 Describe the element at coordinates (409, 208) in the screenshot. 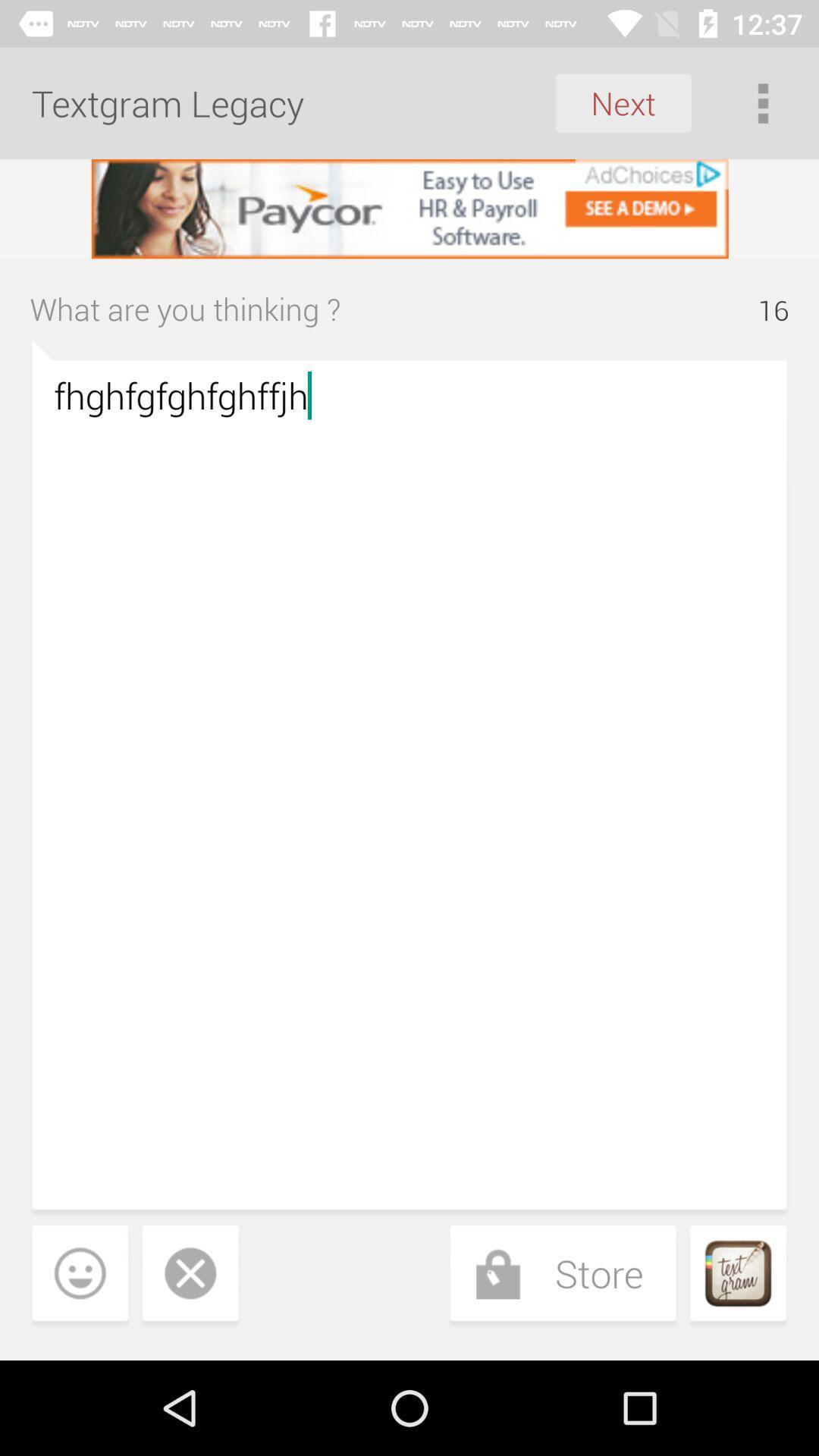

I see `advertisement` at that location.